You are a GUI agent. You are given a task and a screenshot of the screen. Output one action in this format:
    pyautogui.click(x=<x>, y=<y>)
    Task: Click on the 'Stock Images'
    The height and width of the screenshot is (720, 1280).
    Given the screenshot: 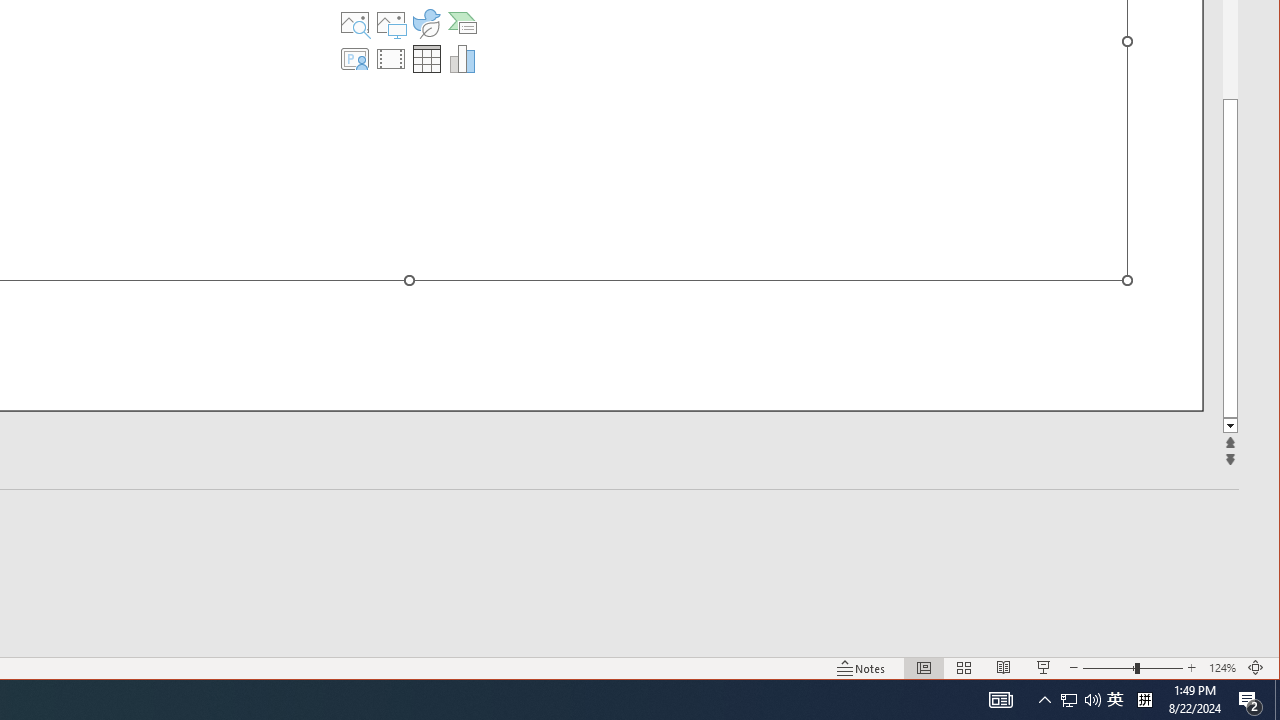 What is the action you would take?
    pyautogui.click(x=355, y=23)
    